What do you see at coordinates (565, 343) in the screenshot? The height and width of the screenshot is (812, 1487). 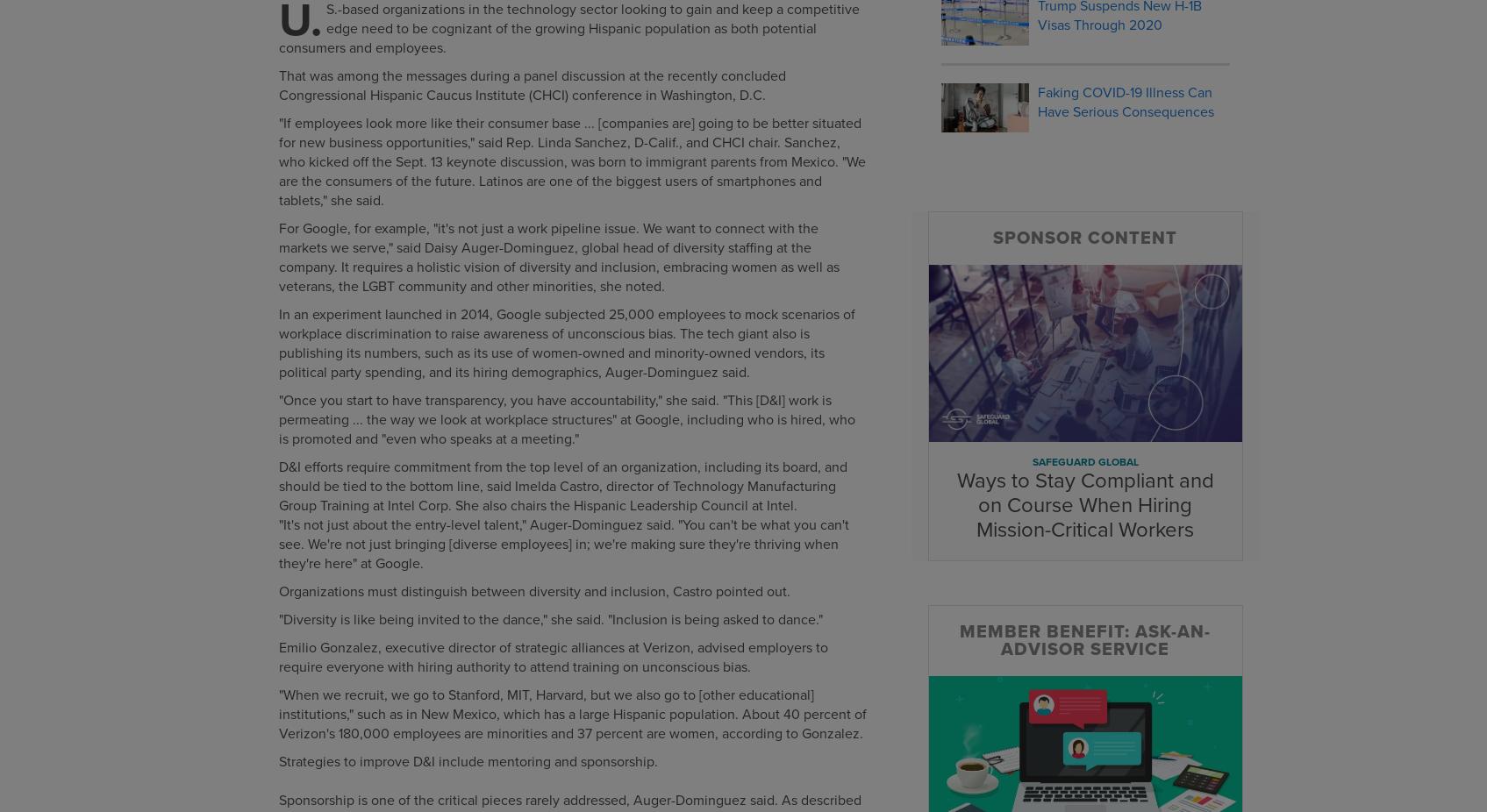 I see `'In an experiment launched in 2014, Google subjected 25,000 employees to mock scenarios of workplace discrimination to raise awareness of unconscious bias. The tech giant also is publishing its numbers, such as its use of women-owned and minority-owned vendors, its political party spending, and its hiring demographics, Auger-Dominguez said.'` at bounding box center [565, 343].